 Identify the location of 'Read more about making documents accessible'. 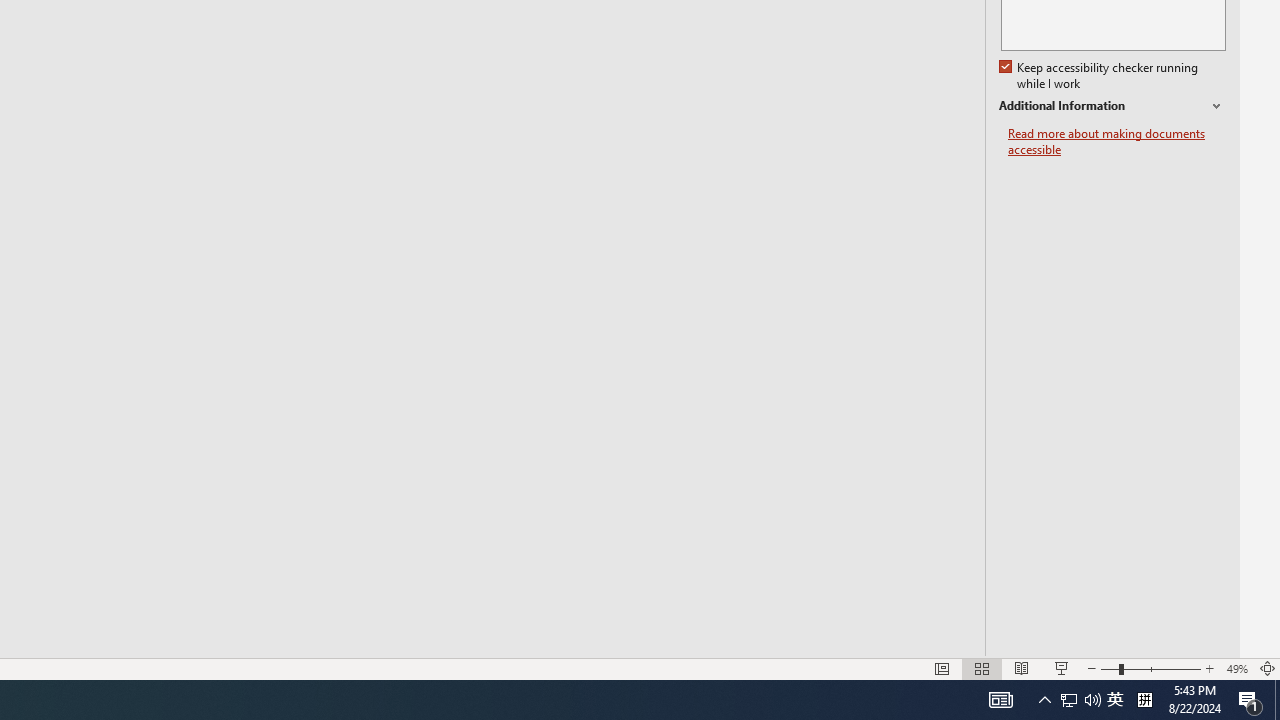
(1116, 141).